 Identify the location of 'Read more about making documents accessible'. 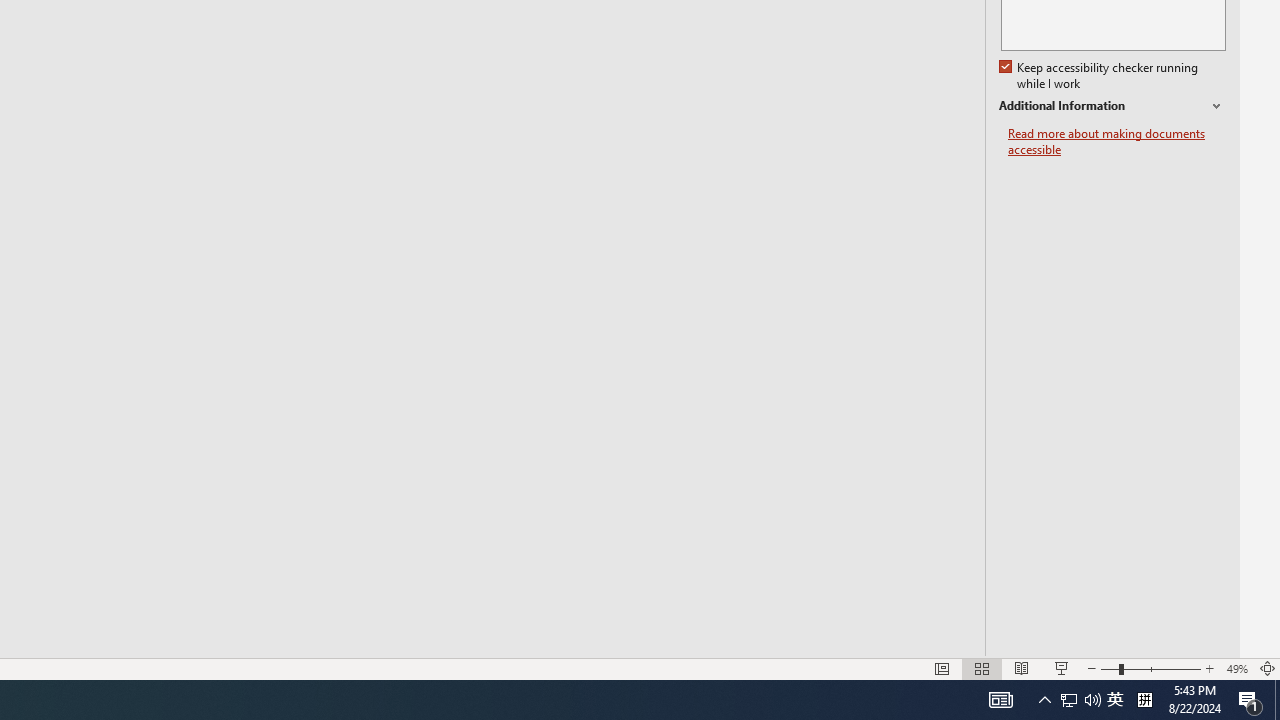
(1116, 141).